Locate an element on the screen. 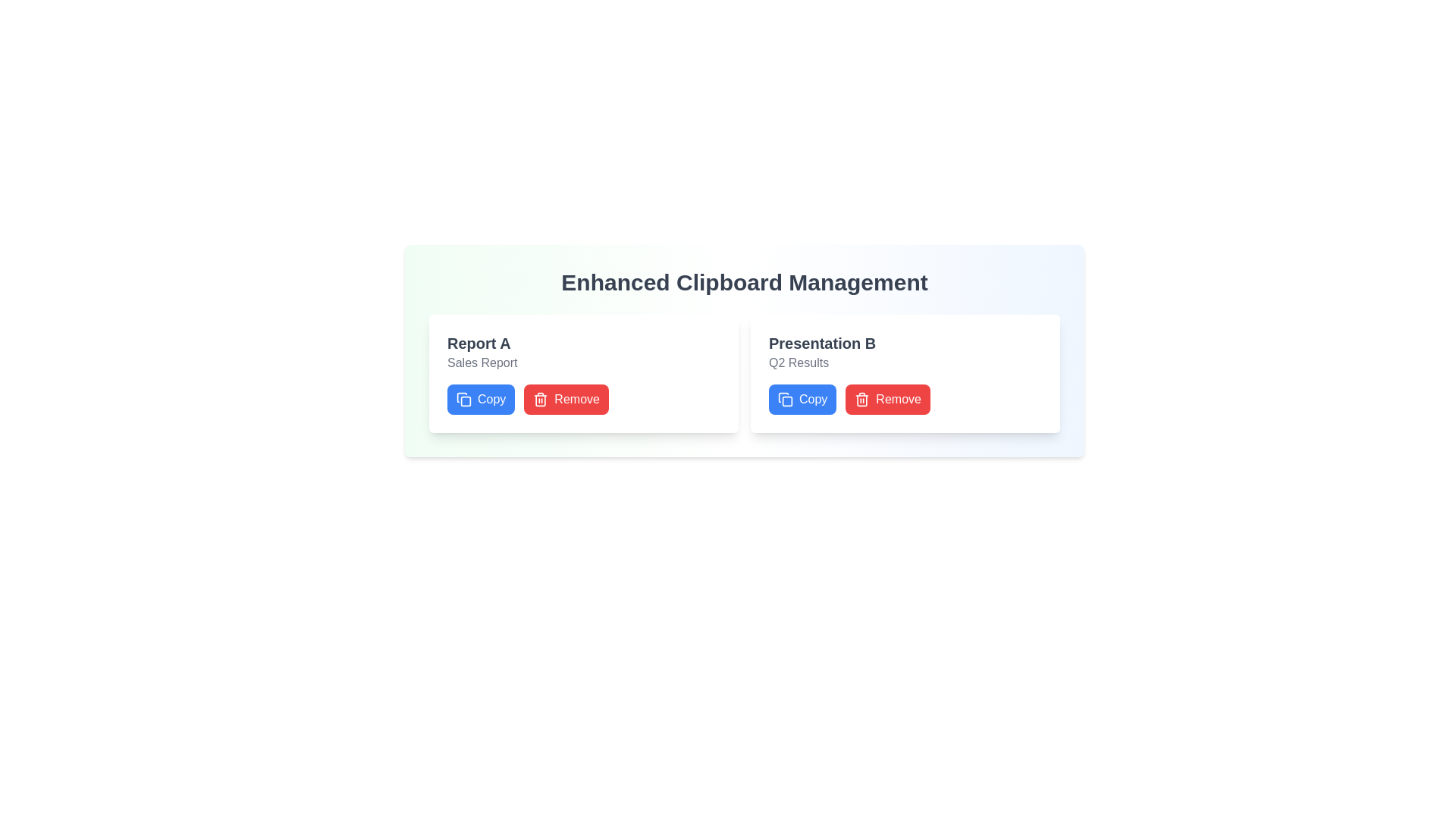  the vector graphic element that visually represents the concept of copying, located on the left side of the 'Copy' button under the 'Presentation B' section is located at coordinates (787, 400).